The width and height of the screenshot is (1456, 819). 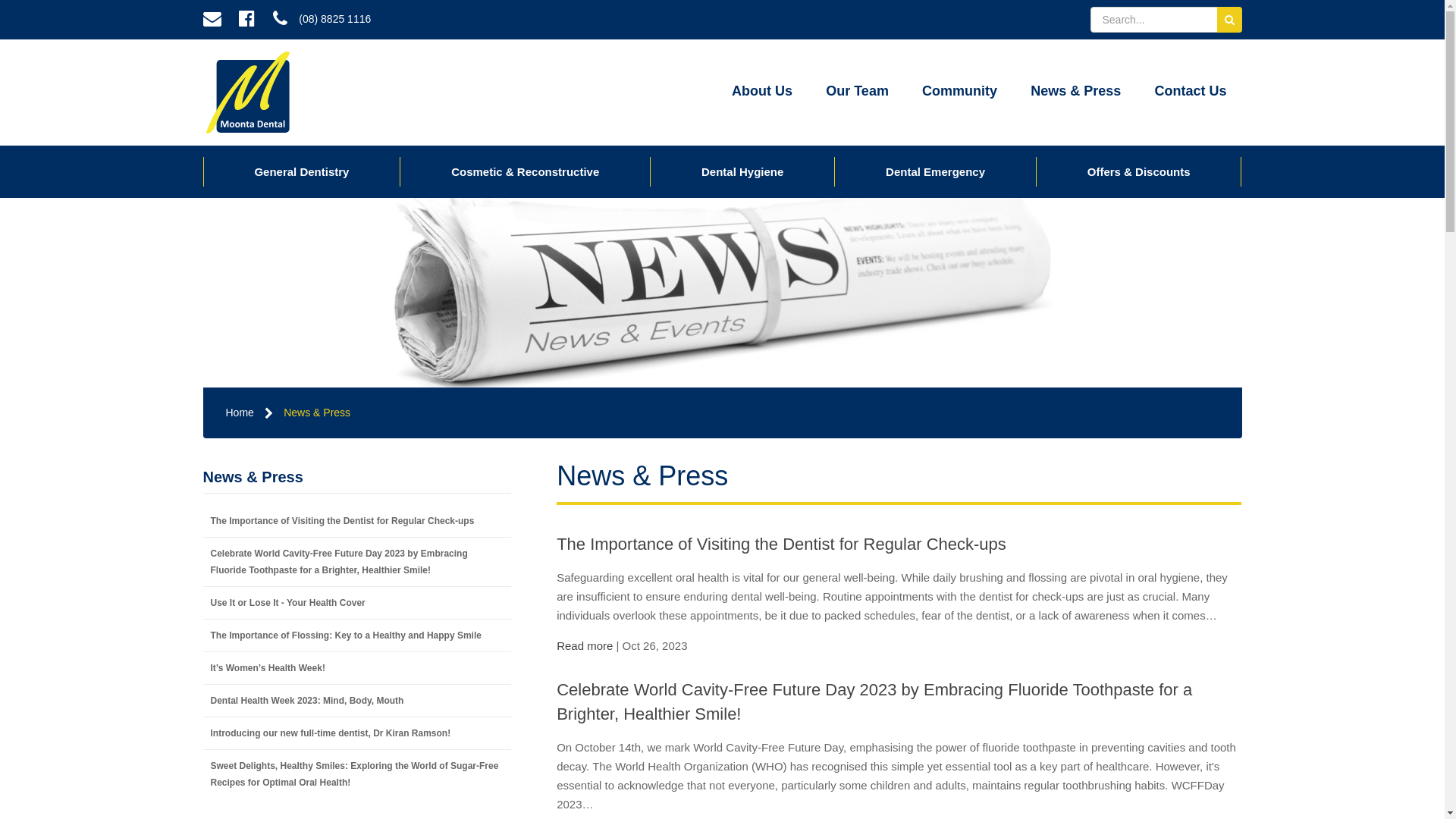 What do you see at coordinates (651, 171) in the screenshot?
I see `'Dental Hygiene'` at bounding box center [651, 171].